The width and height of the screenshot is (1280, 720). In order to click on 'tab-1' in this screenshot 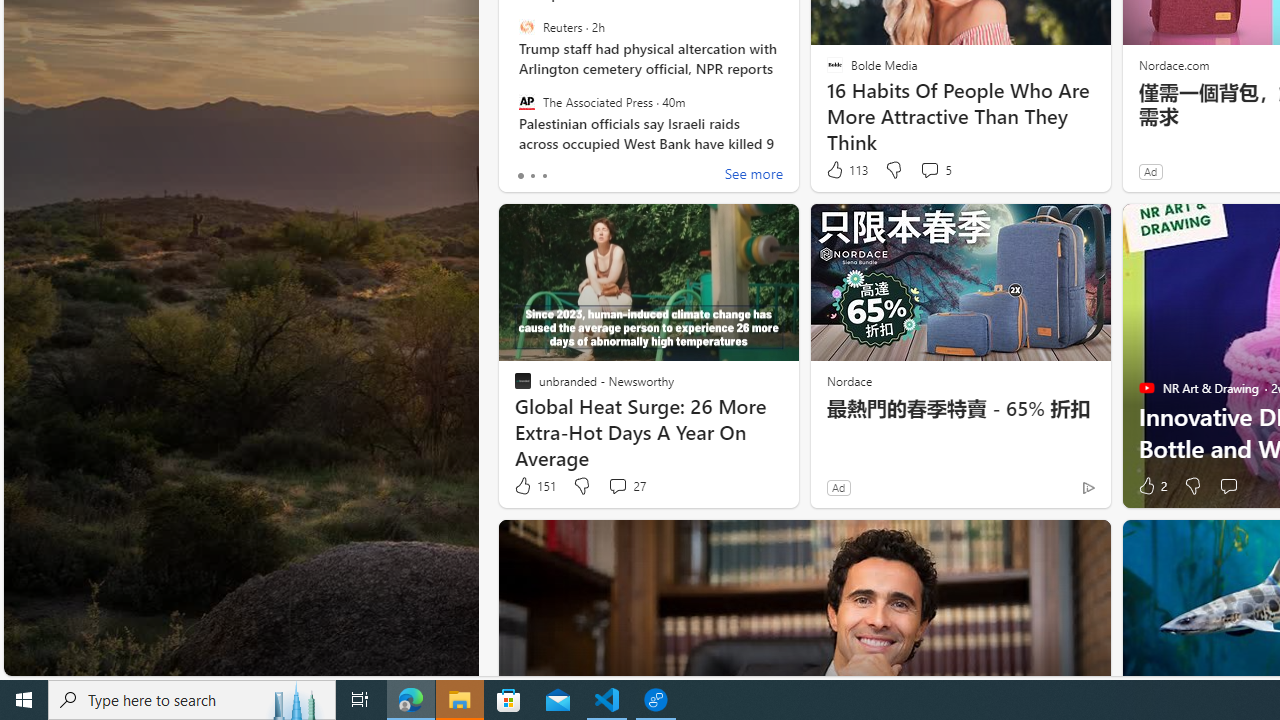, I will do `click(532, 175)`.